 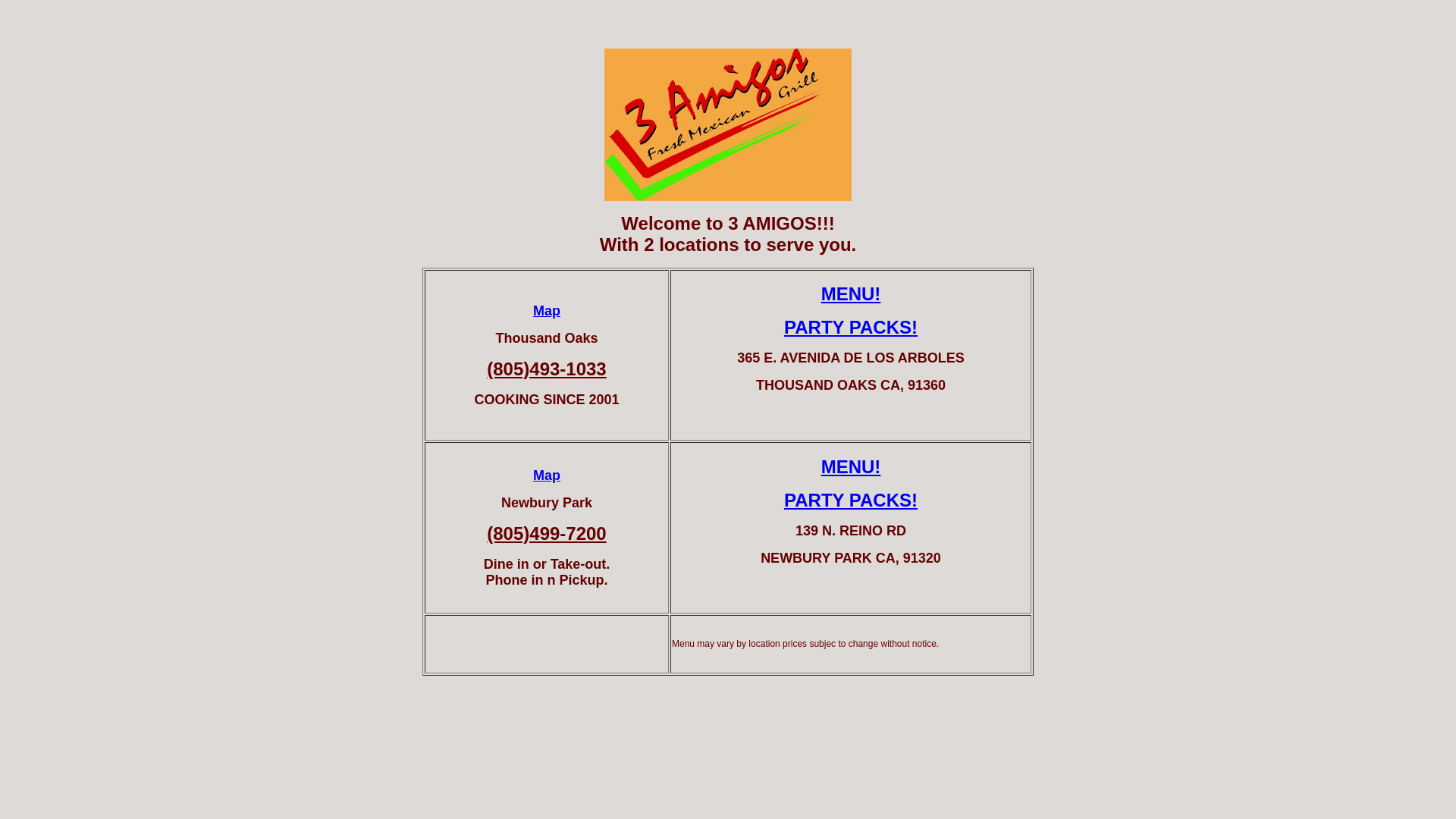 What do you see at coordinates (851, 466) in the screenshot?
I see `'MENU!'` at bounding box center [851, 466].